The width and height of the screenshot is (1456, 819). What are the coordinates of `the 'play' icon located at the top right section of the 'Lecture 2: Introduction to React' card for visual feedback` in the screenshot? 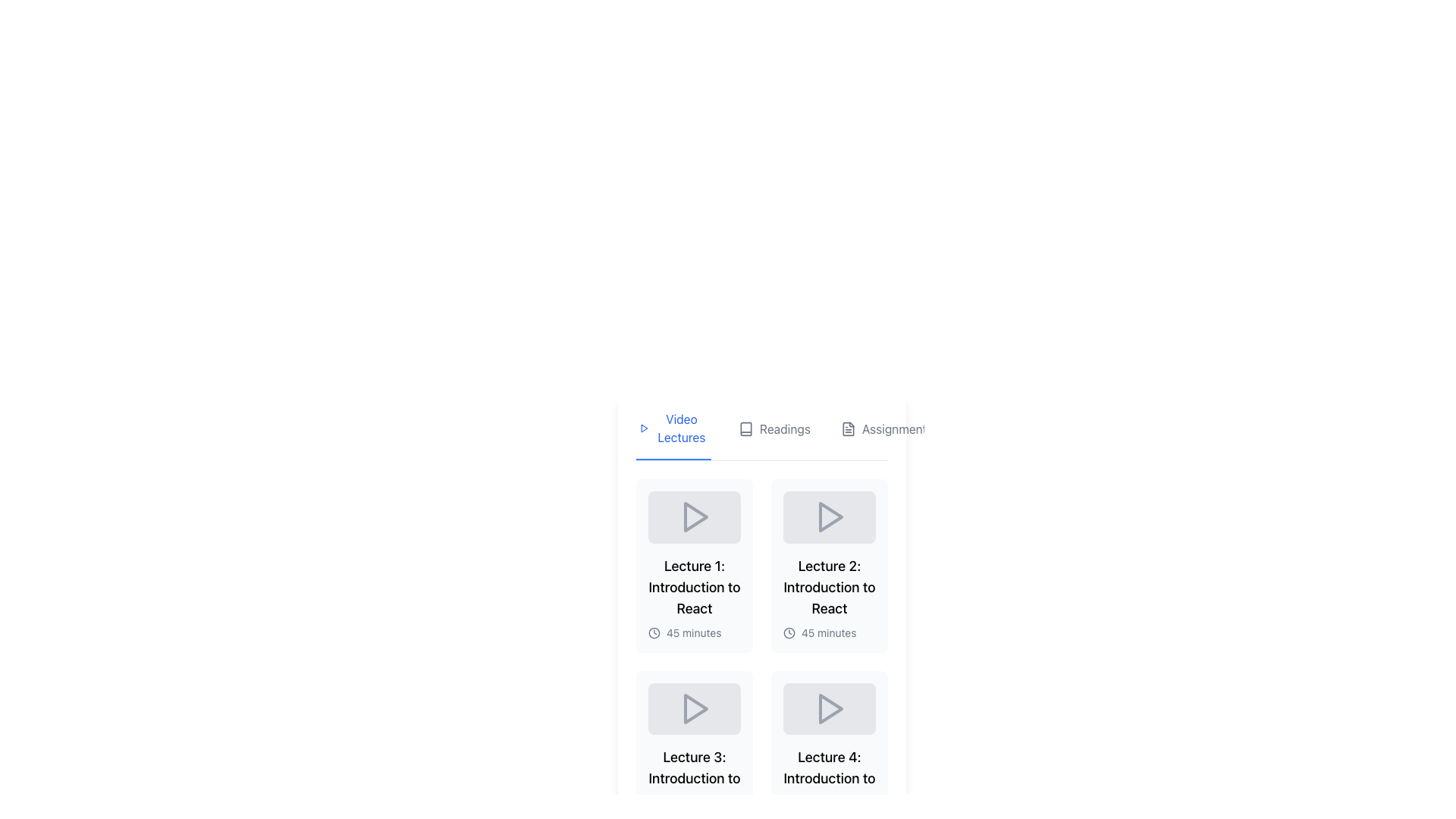 It's located at (830, 516).